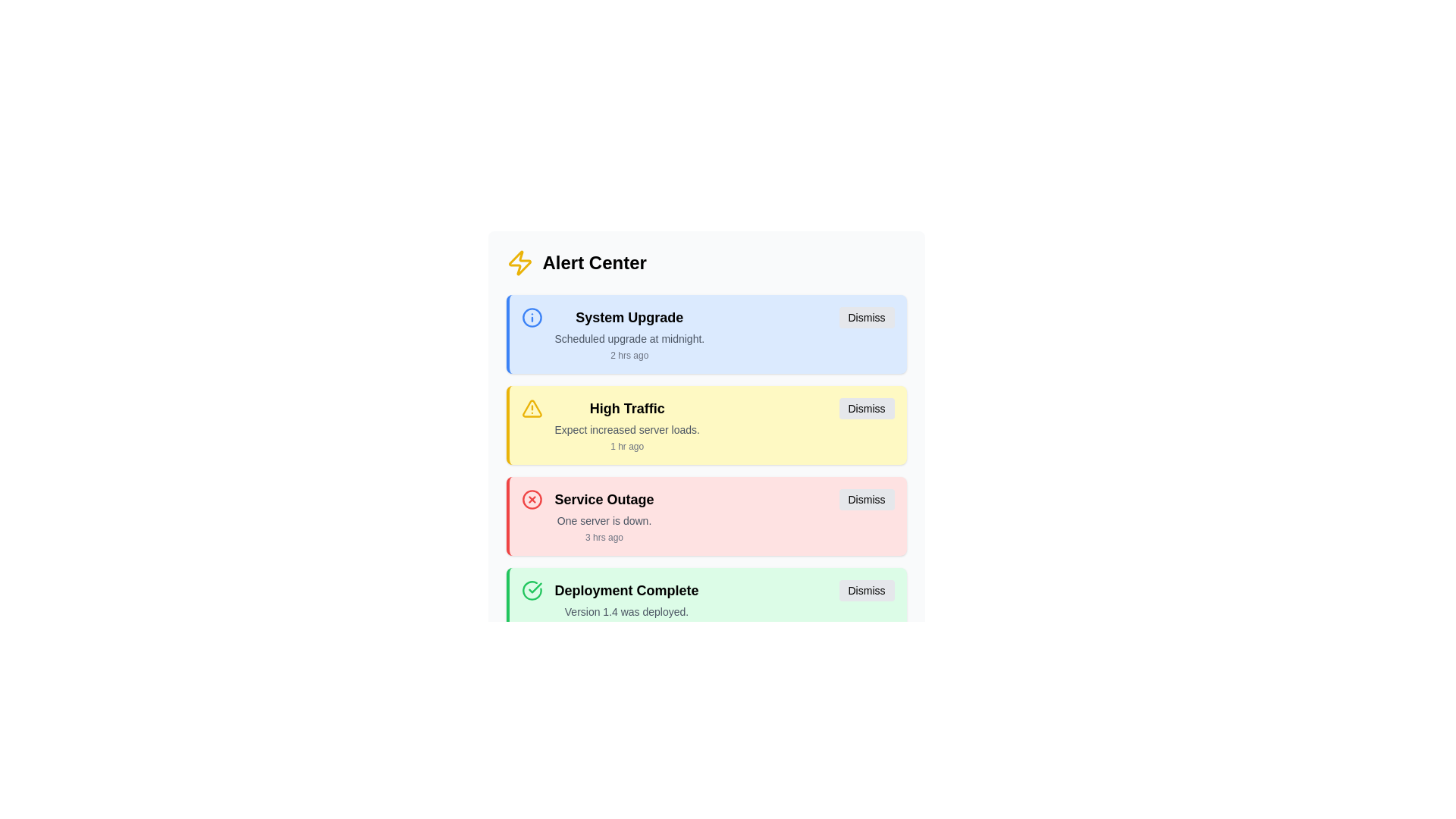  What do you see at coordinates (626, 590) in the screenshot?
I see `the Text Display stating 'Deployment Complete'` at bounding box center [626, 590].